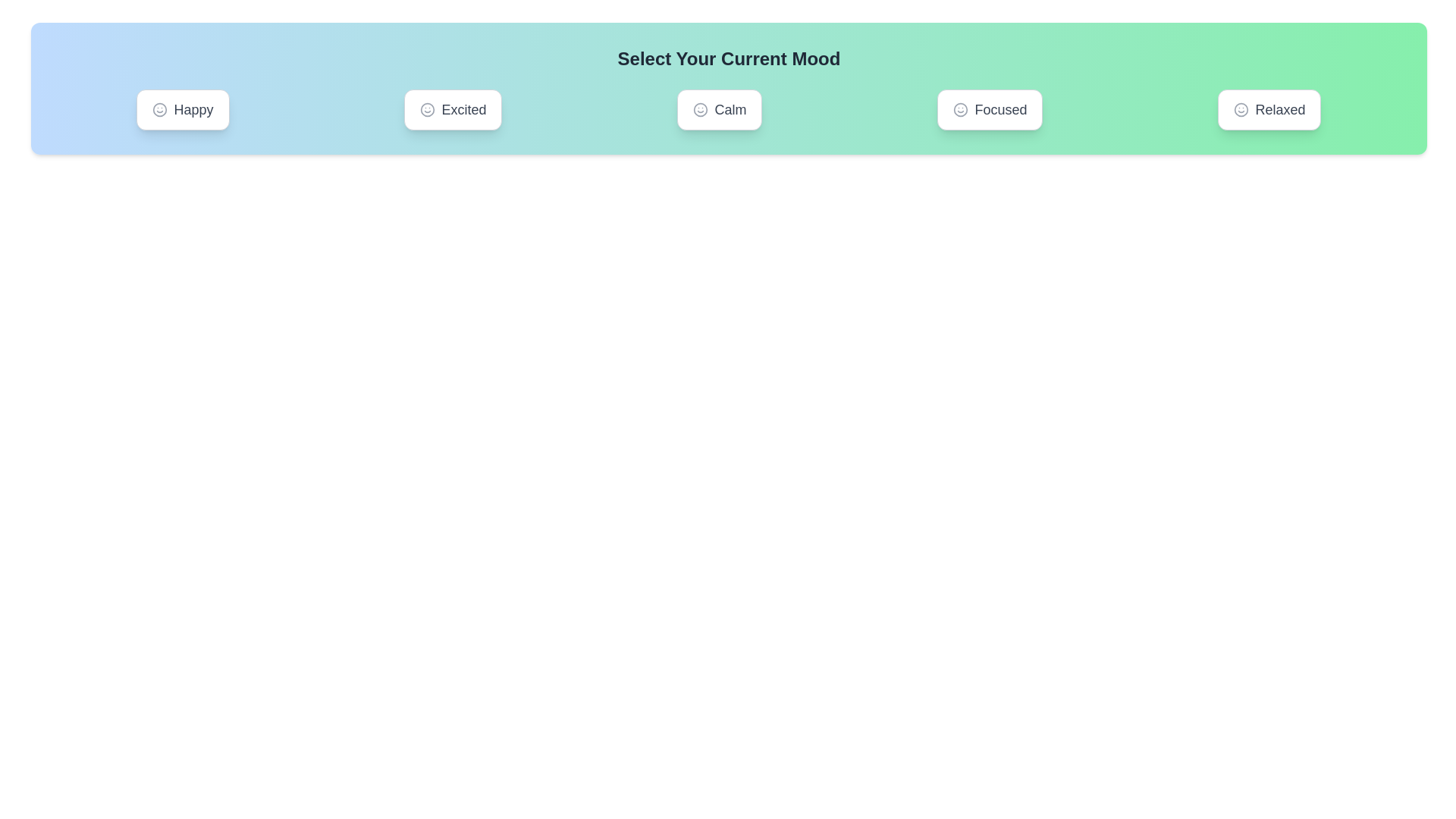  What do you see at coordinates (452, 109) in the screenshot?
I see `the mood button labeled Excited` at bounding box center [452, 109].